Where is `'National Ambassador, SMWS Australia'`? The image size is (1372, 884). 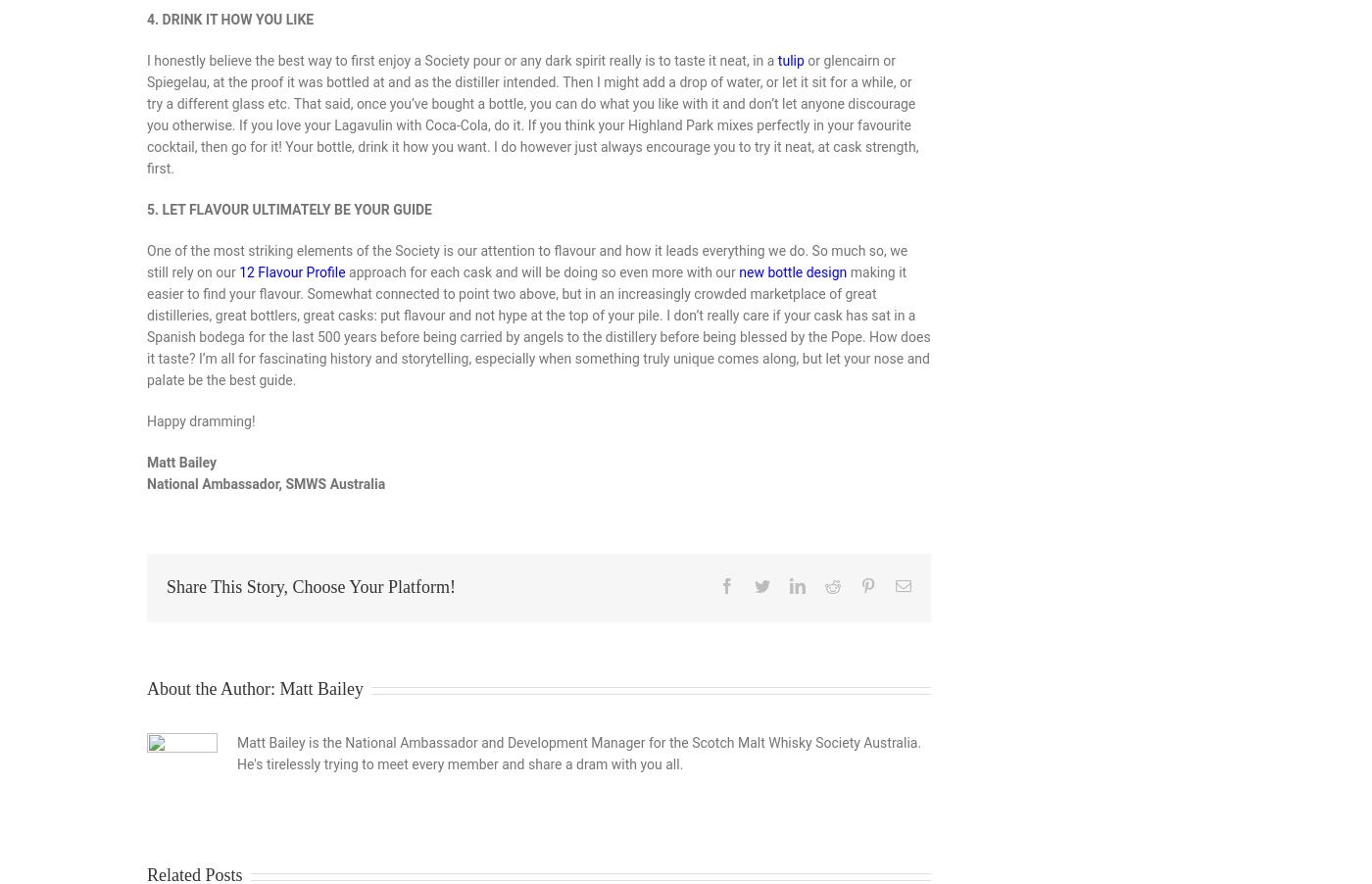 'National Ambassador, SMWS Australia' is located at coordinates (266, 482).